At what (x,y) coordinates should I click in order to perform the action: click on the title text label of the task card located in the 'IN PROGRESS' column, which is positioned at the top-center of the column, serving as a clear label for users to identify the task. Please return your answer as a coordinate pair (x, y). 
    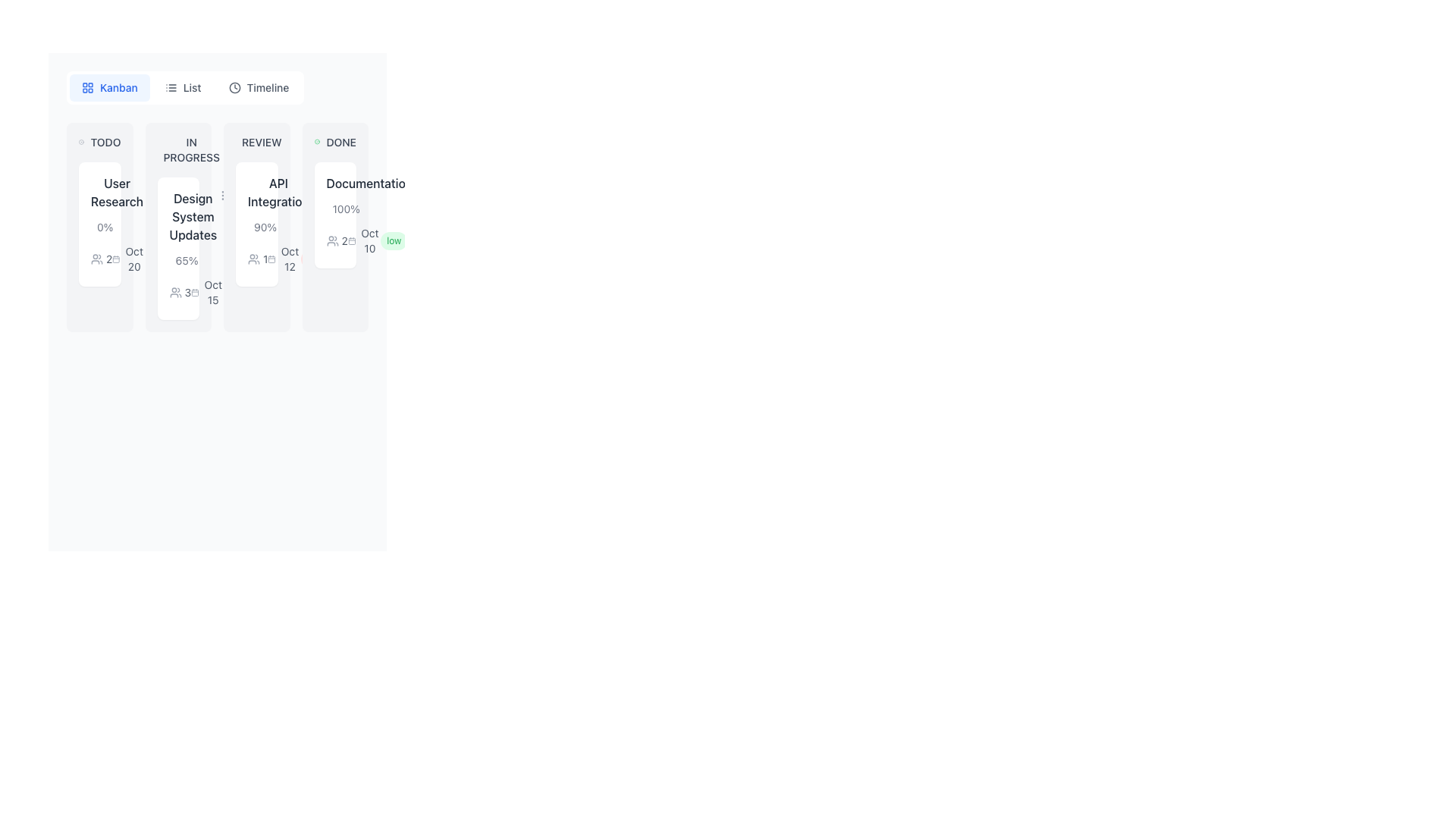
    Looking at the image, I should click on (192, 216).